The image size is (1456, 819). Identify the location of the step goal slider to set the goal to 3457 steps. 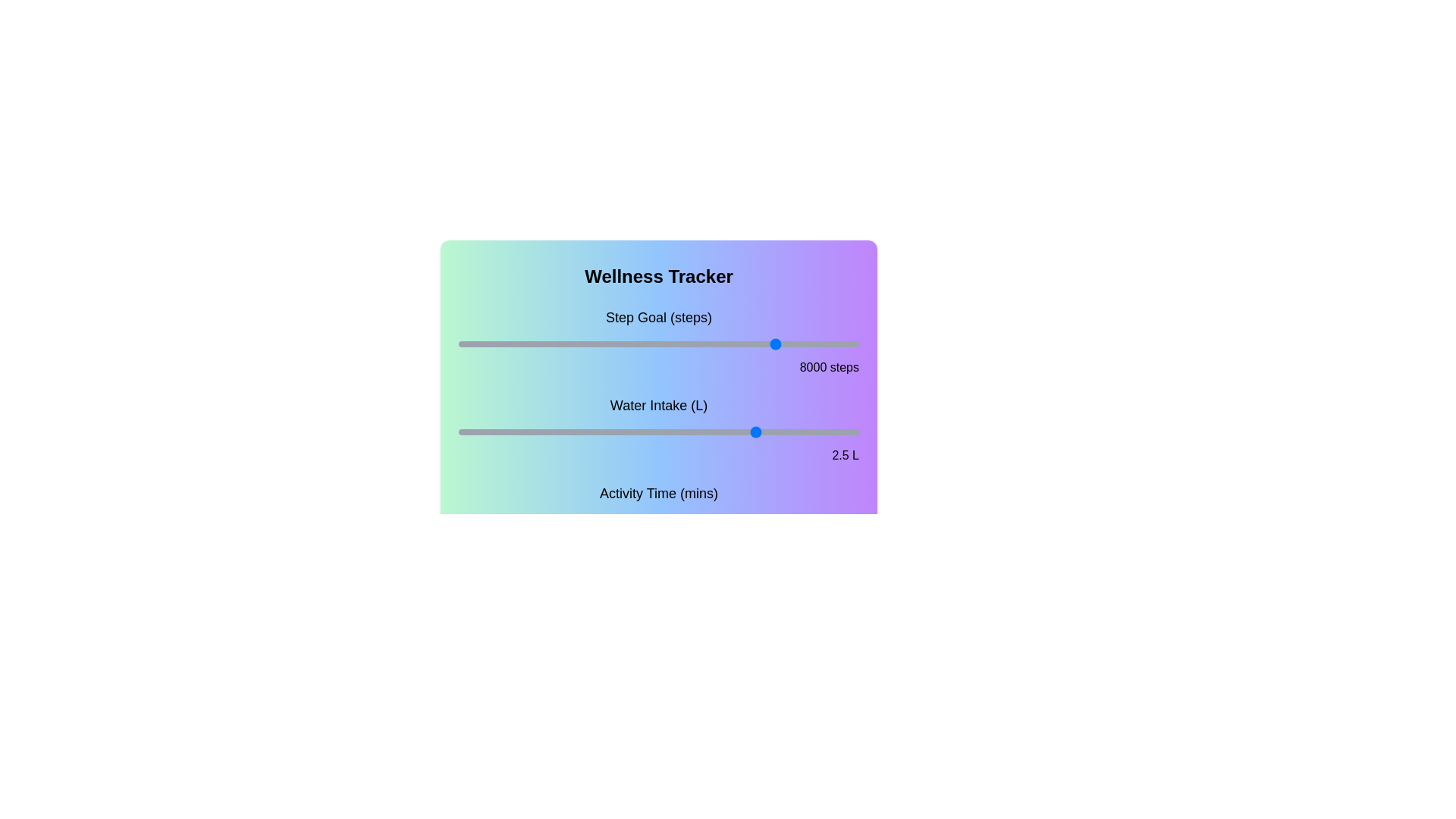
(596, 344).